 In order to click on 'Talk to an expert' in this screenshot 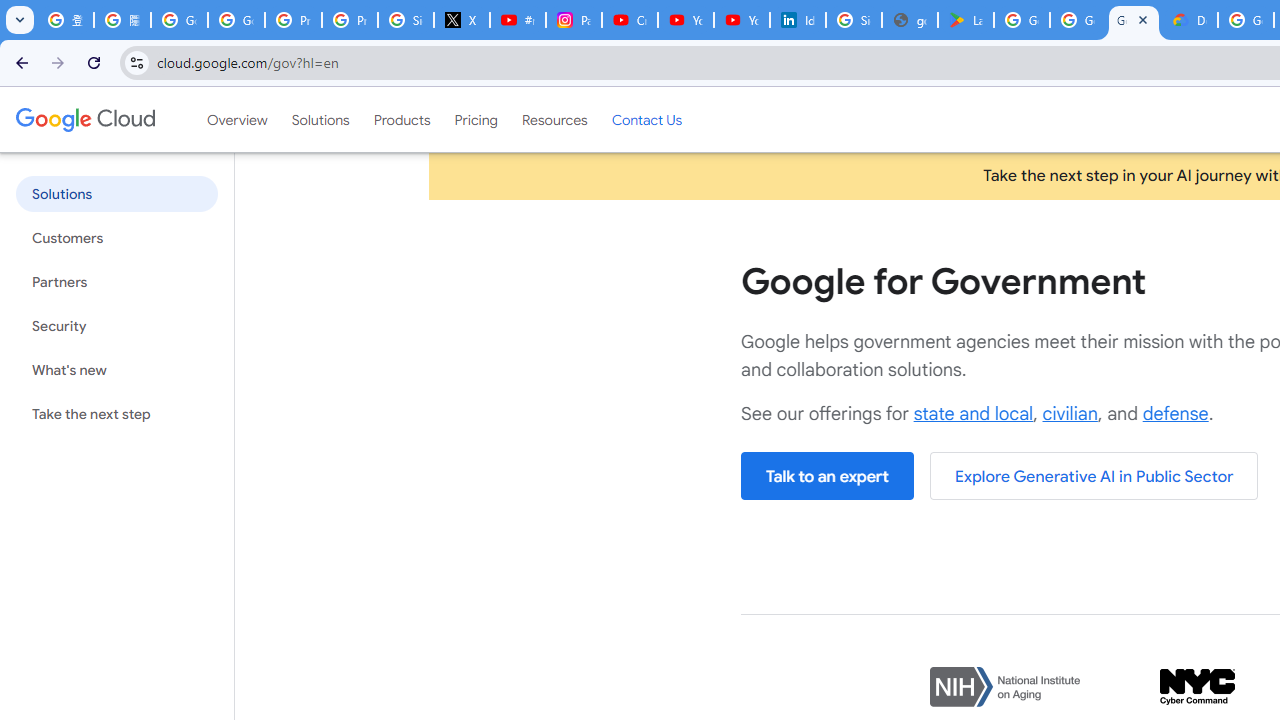, I will do `click(827, 475)`.